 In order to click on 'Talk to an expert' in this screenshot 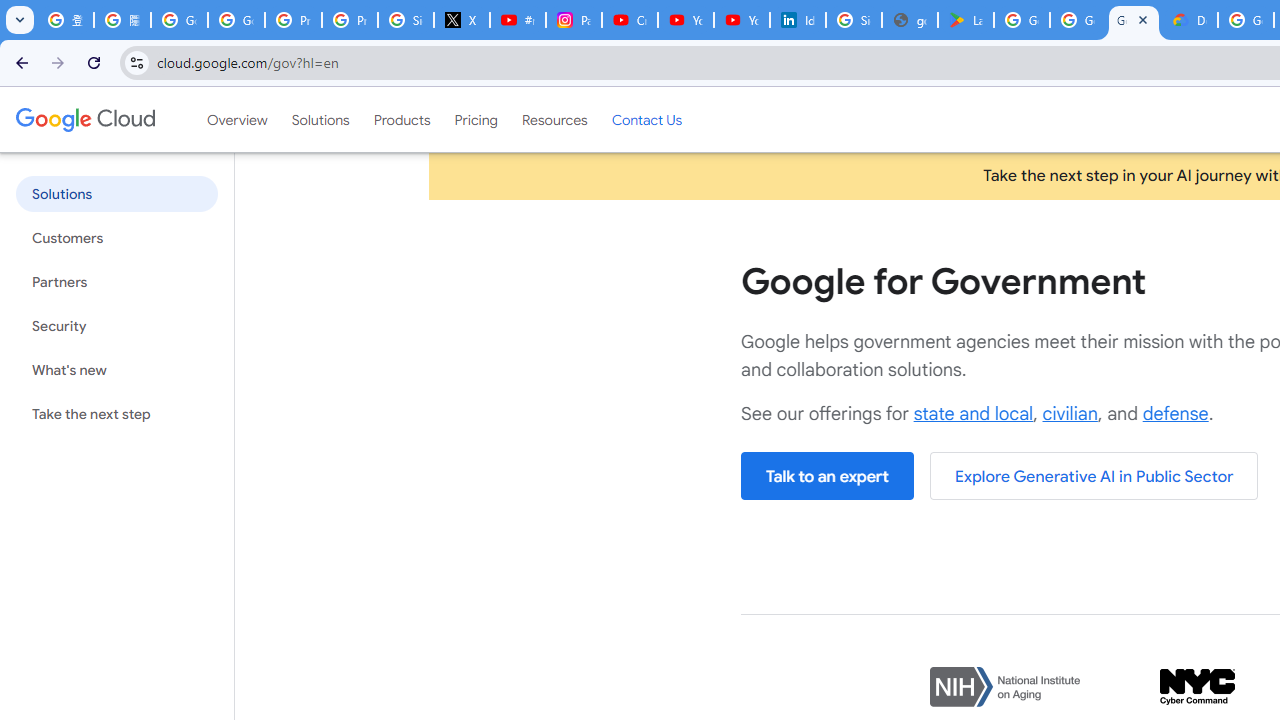, I will do `click(827, 475)`.